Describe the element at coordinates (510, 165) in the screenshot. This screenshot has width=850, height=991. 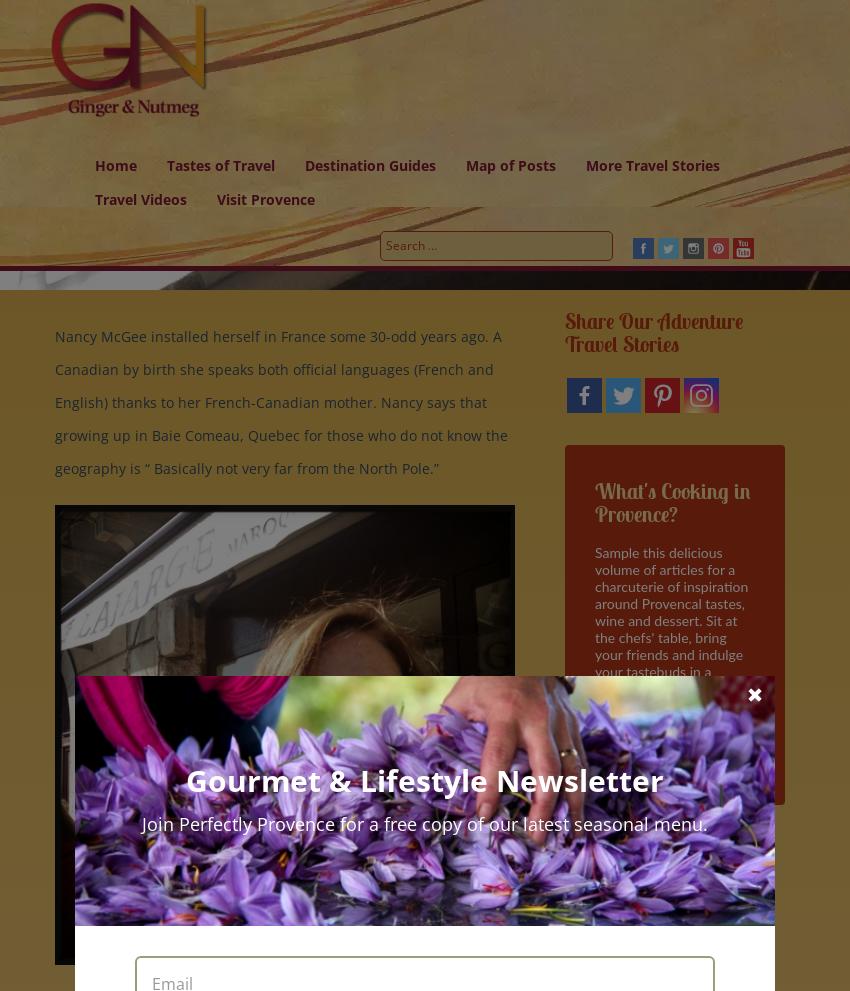
I see `'Map of Posts'` at that location.